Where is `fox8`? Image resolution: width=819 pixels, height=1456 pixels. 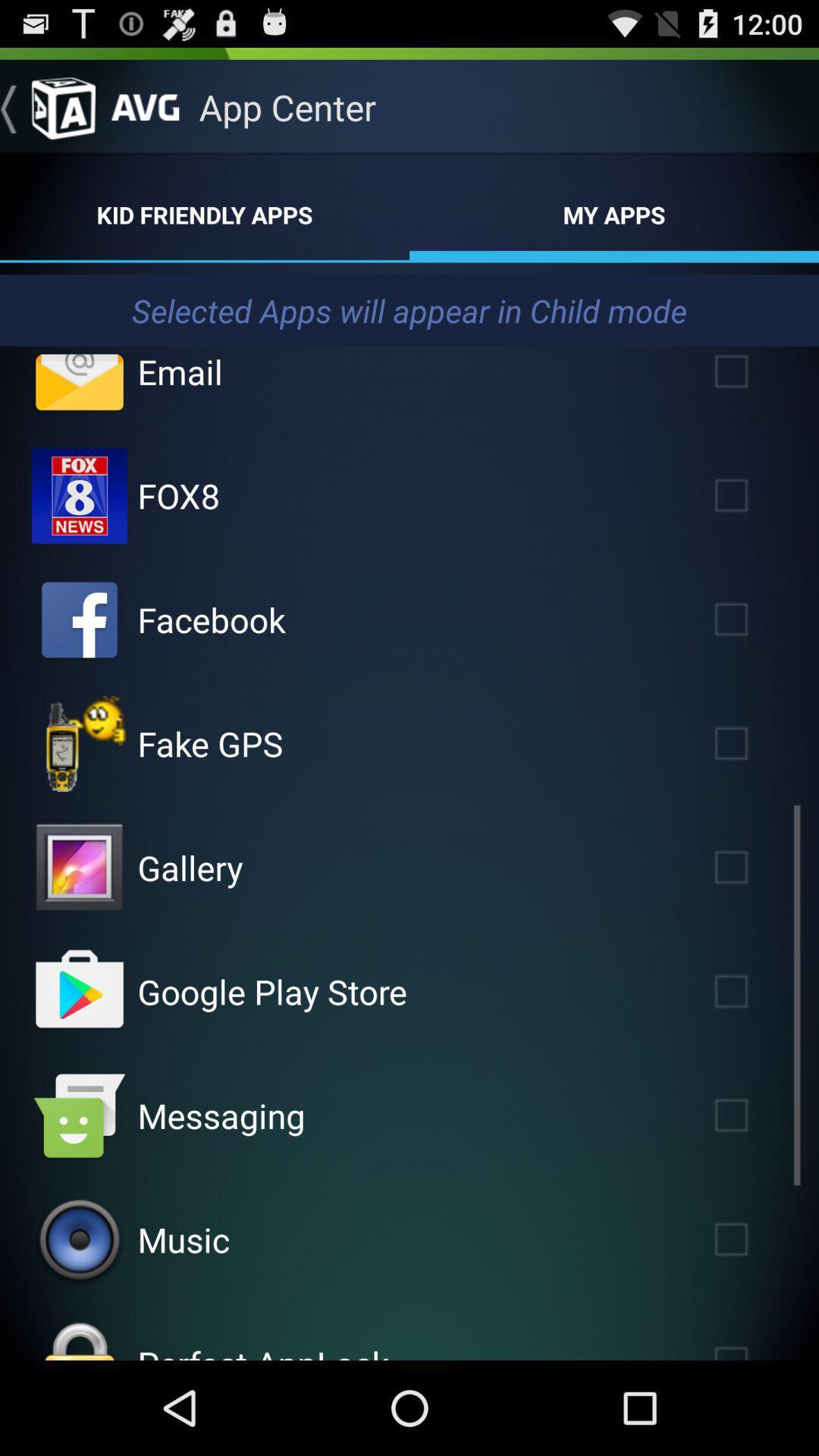 fox8 is located at coordinates (753, 495).